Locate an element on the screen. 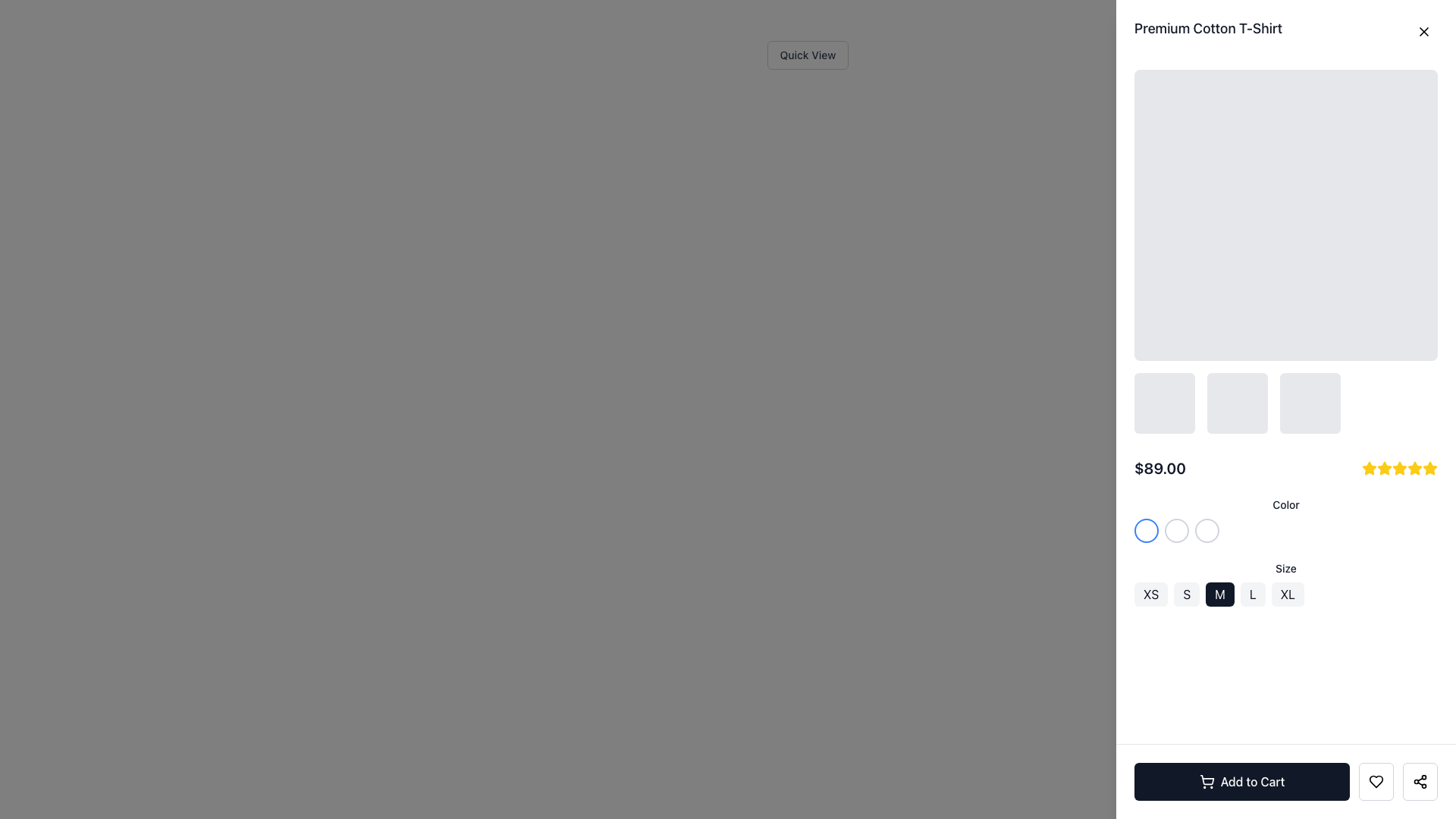 The image size is (1456, 819). the Text label at the top of the right-side panel that serves as a title for the product details section is located at coordinates (1207, 29).